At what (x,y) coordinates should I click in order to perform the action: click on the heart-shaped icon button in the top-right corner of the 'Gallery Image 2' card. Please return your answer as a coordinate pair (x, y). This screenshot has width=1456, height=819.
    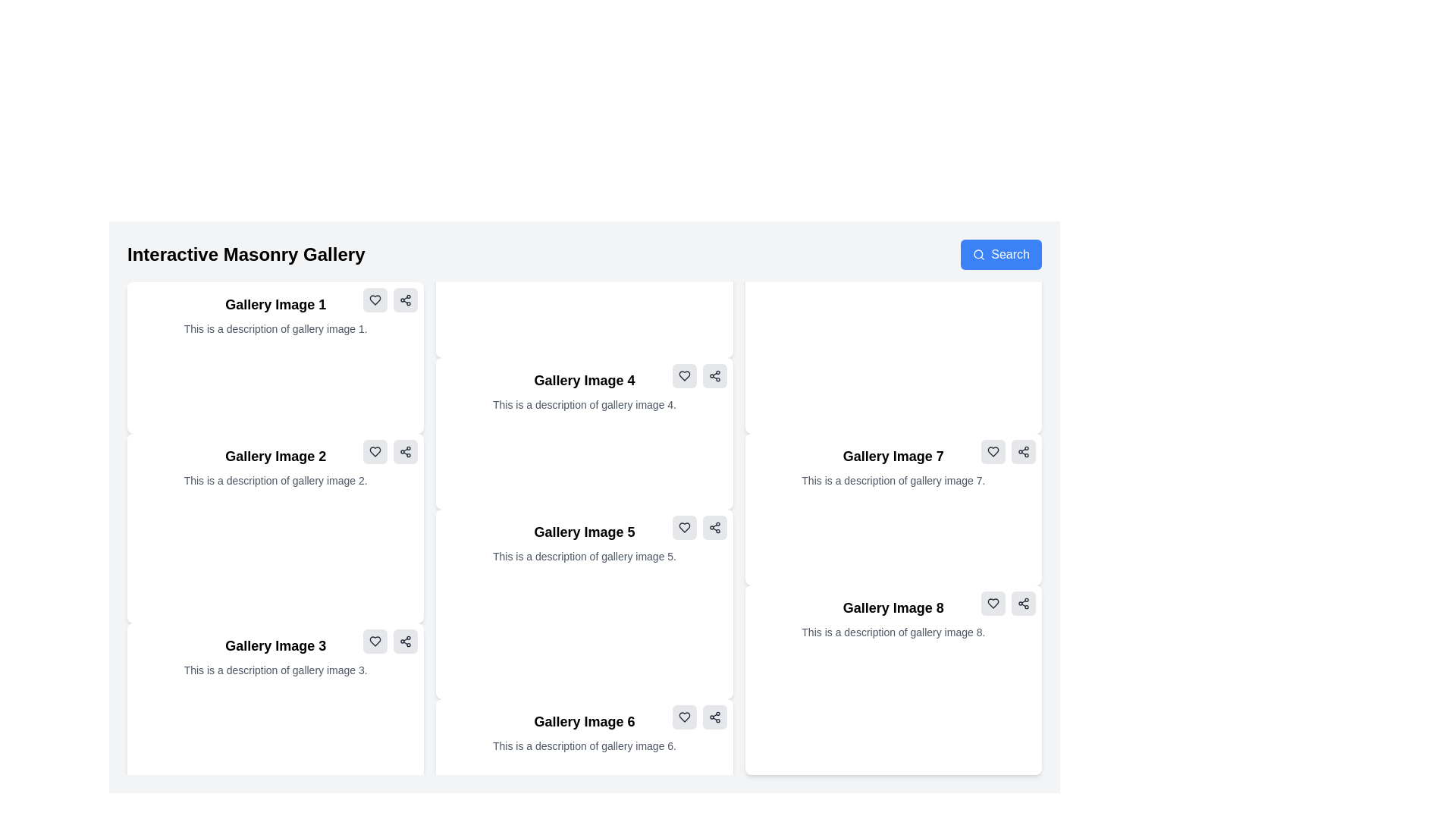
    Looking at the image, I should click on (375, 300).